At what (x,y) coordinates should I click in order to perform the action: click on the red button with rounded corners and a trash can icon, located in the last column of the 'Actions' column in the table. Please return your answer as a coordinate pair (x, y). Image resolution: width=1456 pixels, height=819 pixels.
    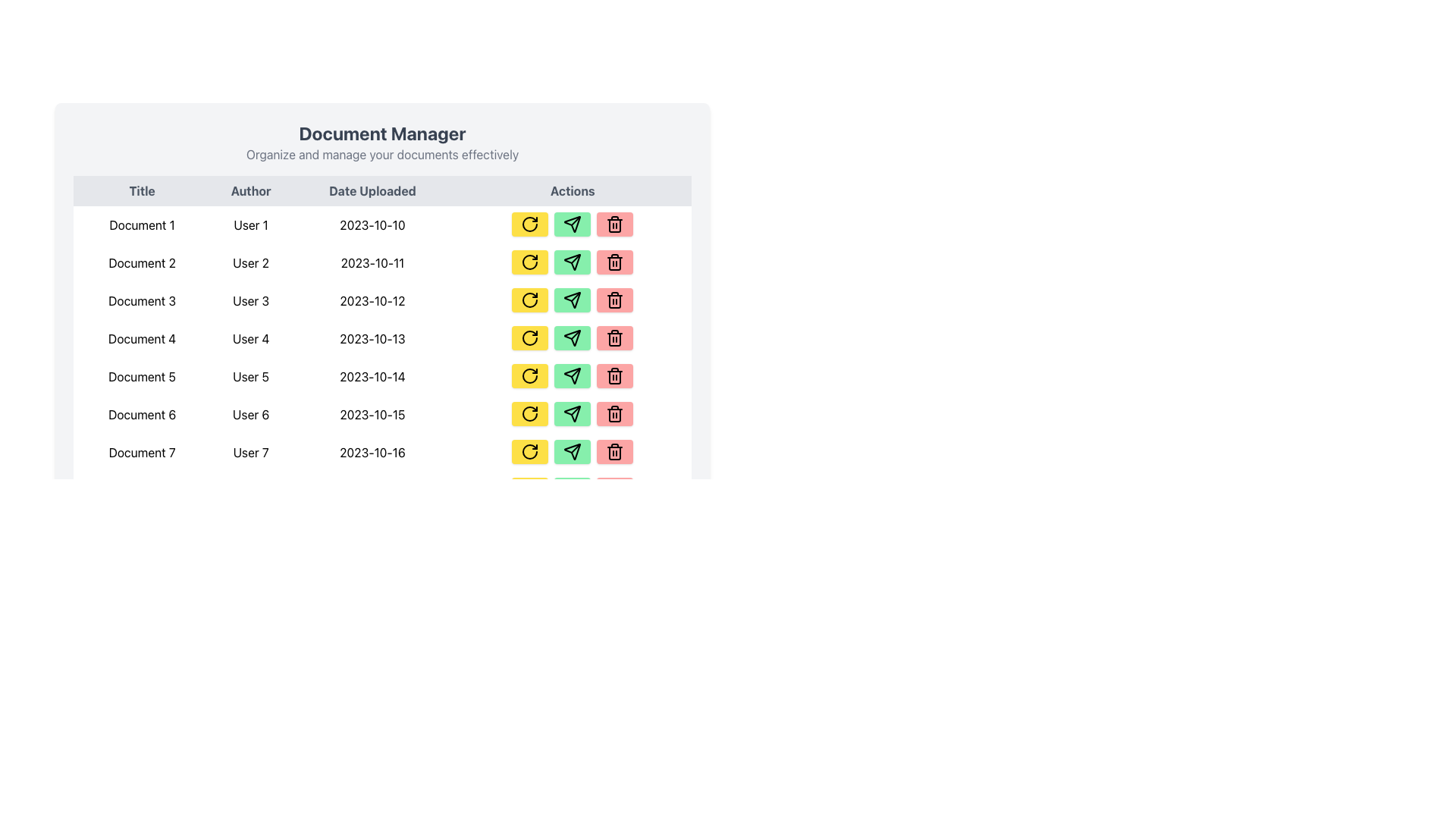
    Looking at the image, I should click on (615, 224).